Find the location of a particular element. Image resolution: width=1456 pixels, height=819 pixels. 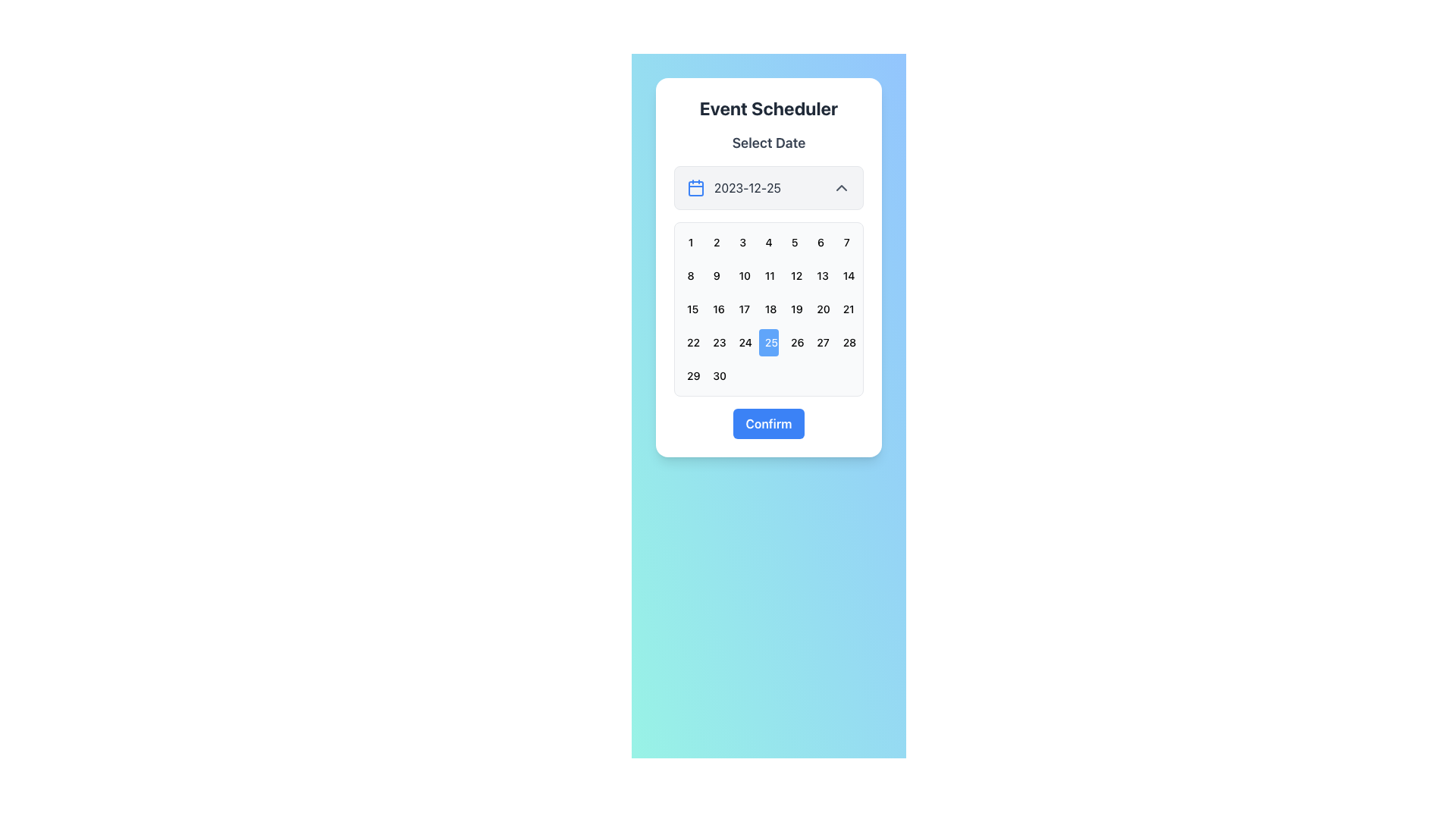

the button displaying '15' in the third row, first column of the calendar grid is located at coordinates (690, 309).